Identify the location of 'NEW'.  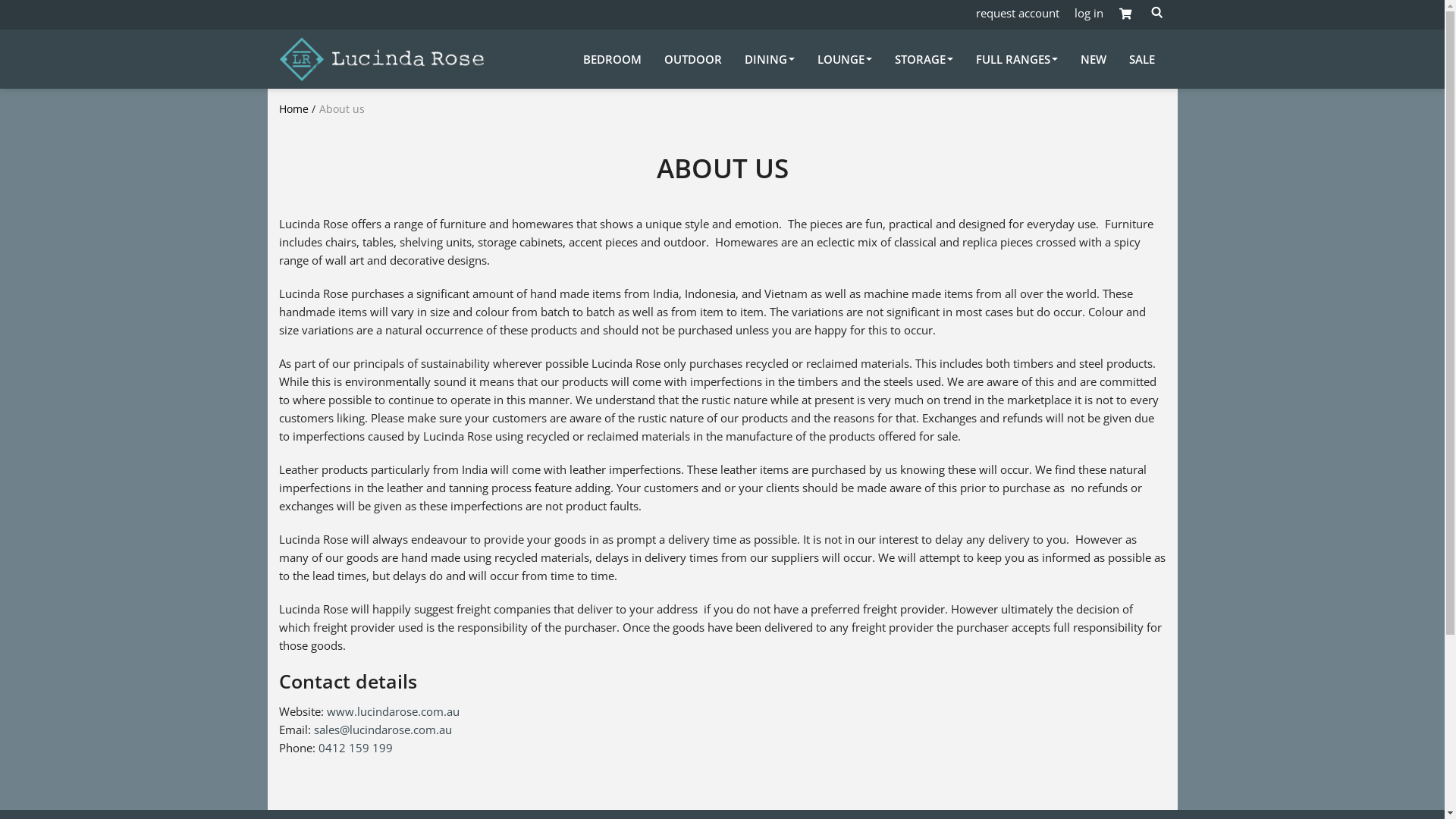
(1079, 58).